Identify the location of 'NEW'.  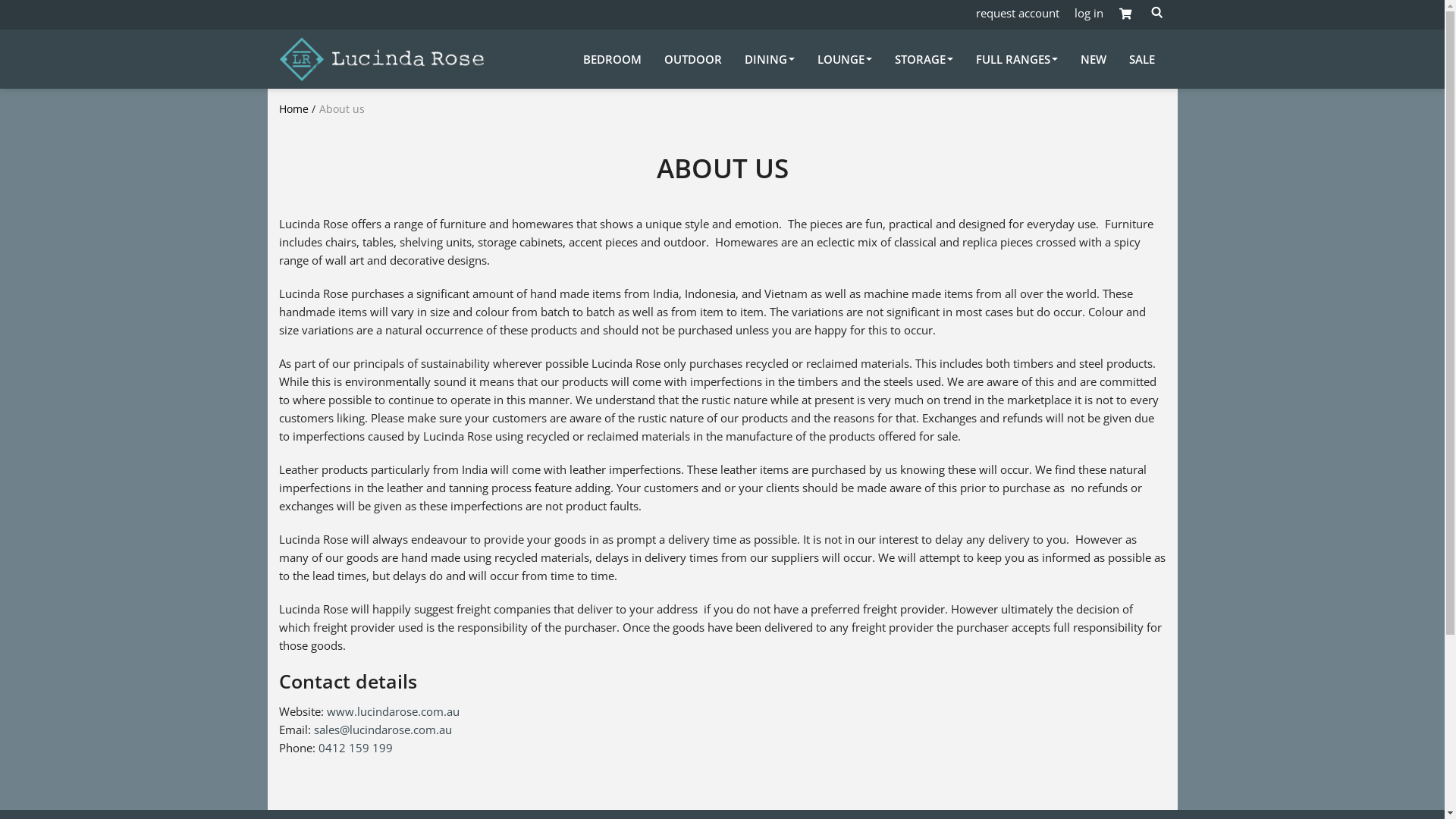
(1079, 58).